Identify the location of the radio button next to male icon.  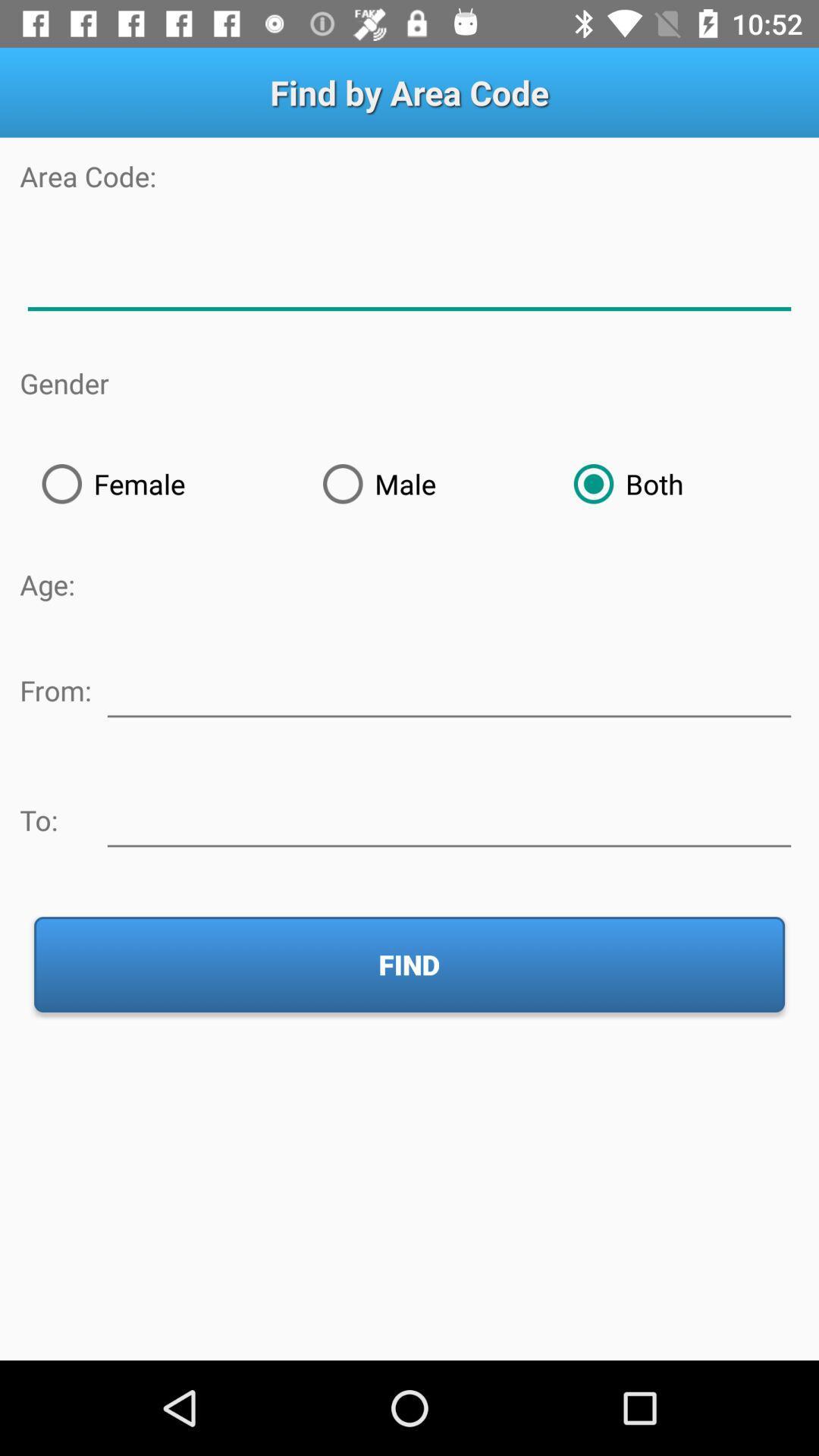
(674, 483).